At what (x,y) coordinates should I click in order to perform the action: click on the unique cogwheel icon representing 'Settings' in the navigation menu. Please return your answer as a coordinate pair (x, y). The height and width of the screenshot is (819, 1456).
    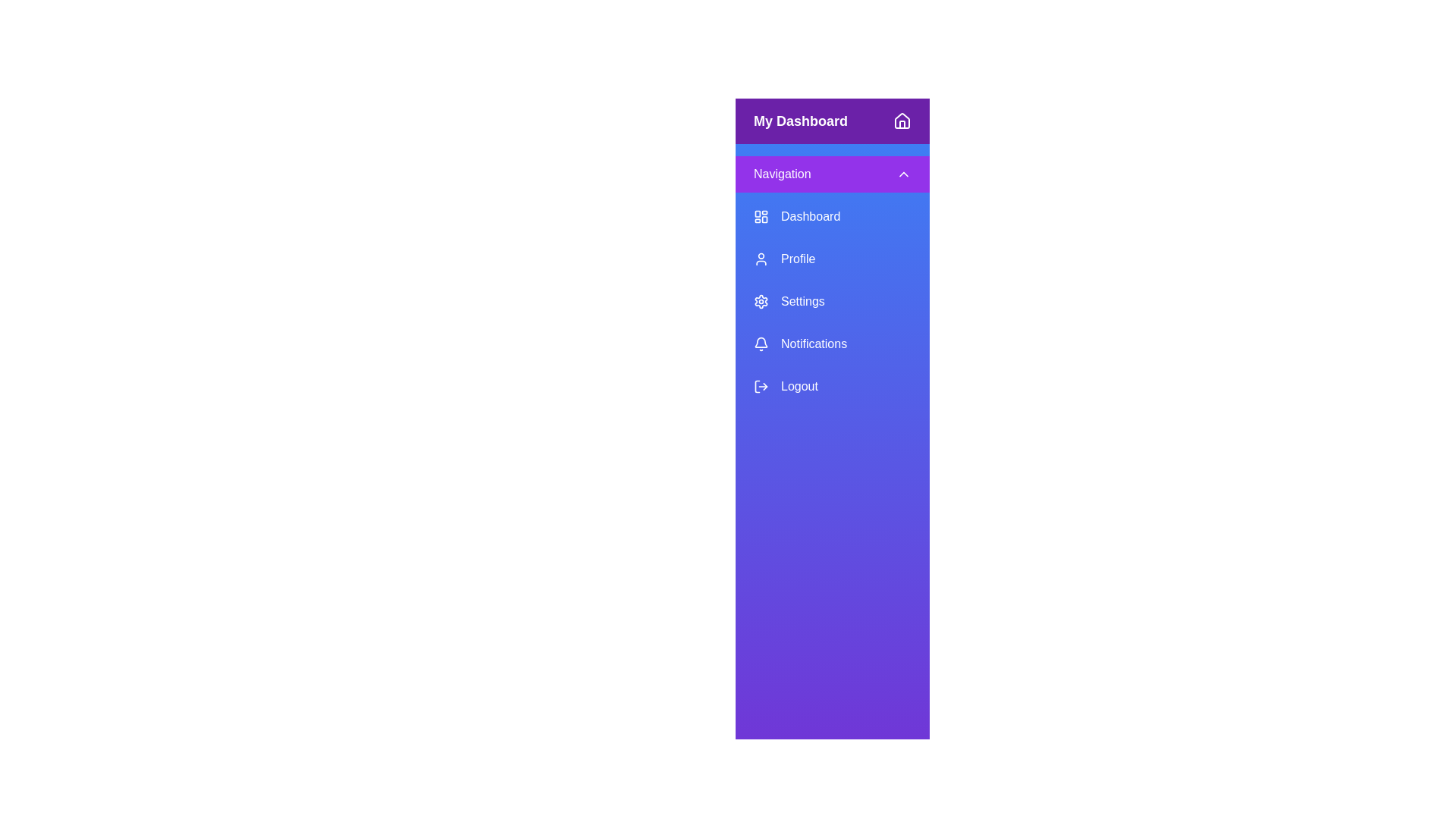
    Looking at the image, I should click on (761, 301).